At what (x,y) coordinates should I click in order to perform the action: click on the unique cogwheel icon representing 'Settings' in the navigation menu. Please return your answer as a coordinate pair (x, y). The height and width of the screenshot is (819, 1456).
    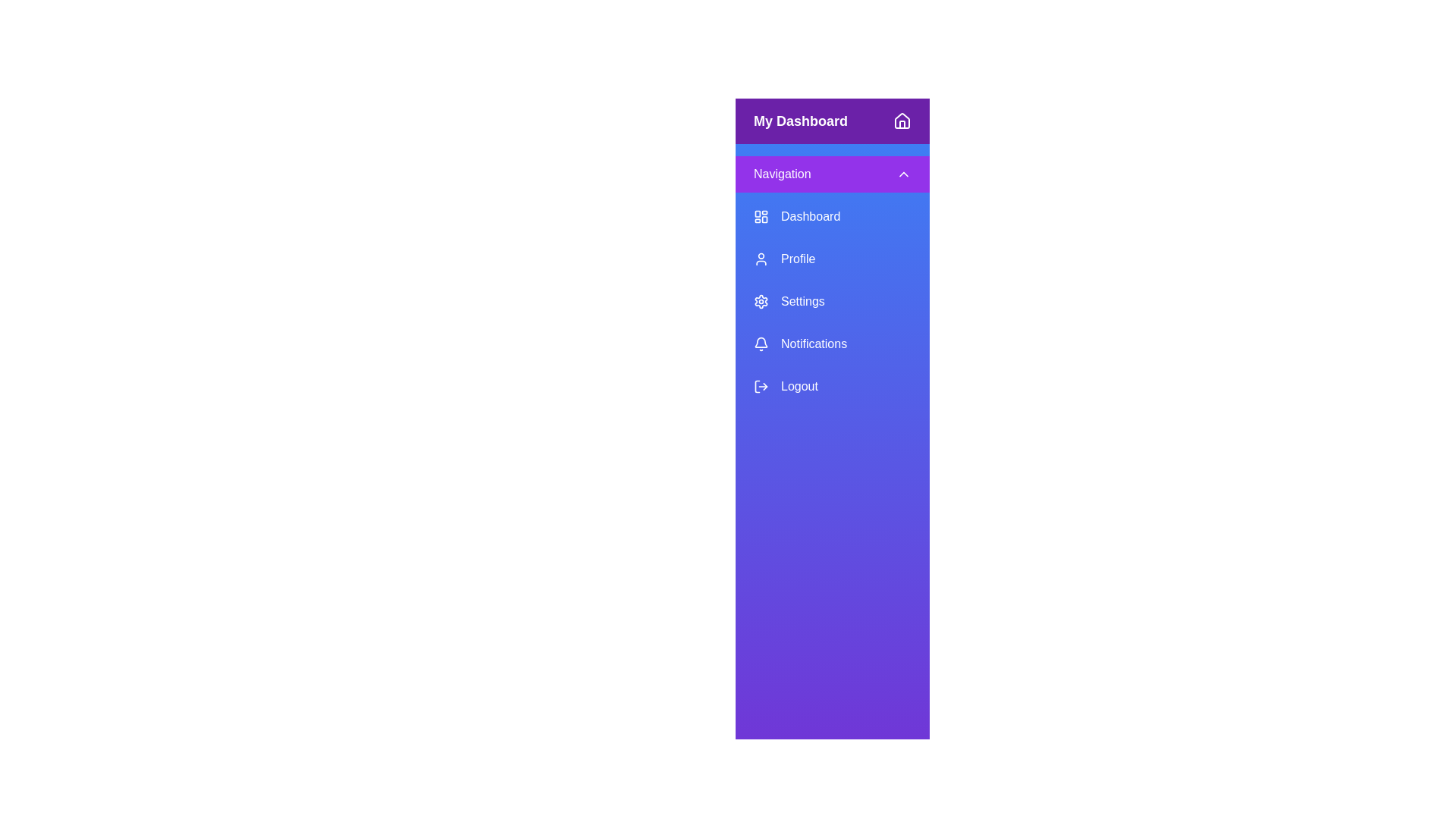
    Looking at the image, I should click on (761, 301).